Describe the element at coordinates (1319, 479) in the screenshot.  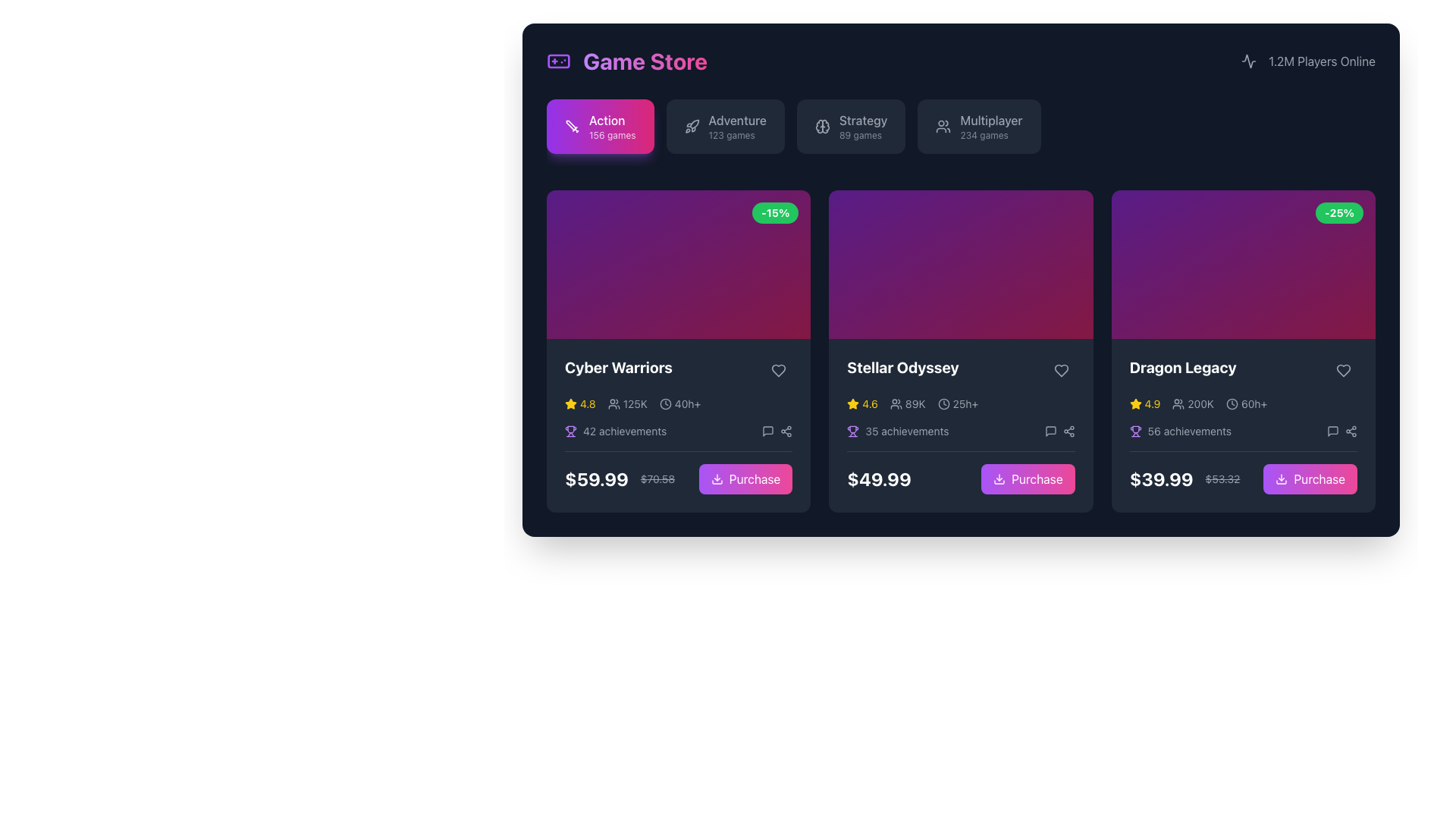
I see `the 'Purchase' button located below the 'Dragon Legacy' card in the product grid to initiate a purchase` at that location.